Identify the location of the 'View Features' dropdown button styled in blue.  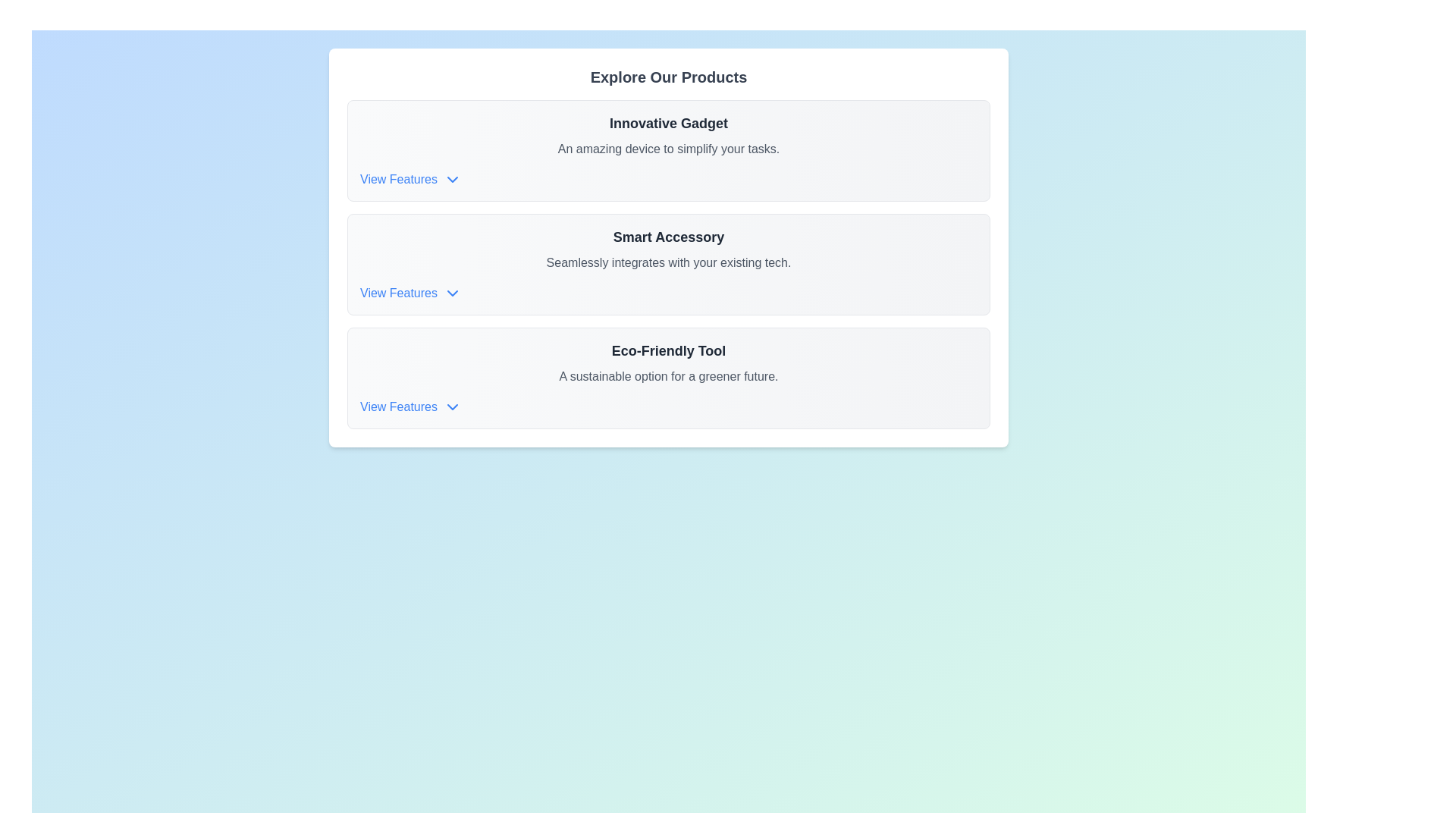
(411, 293).